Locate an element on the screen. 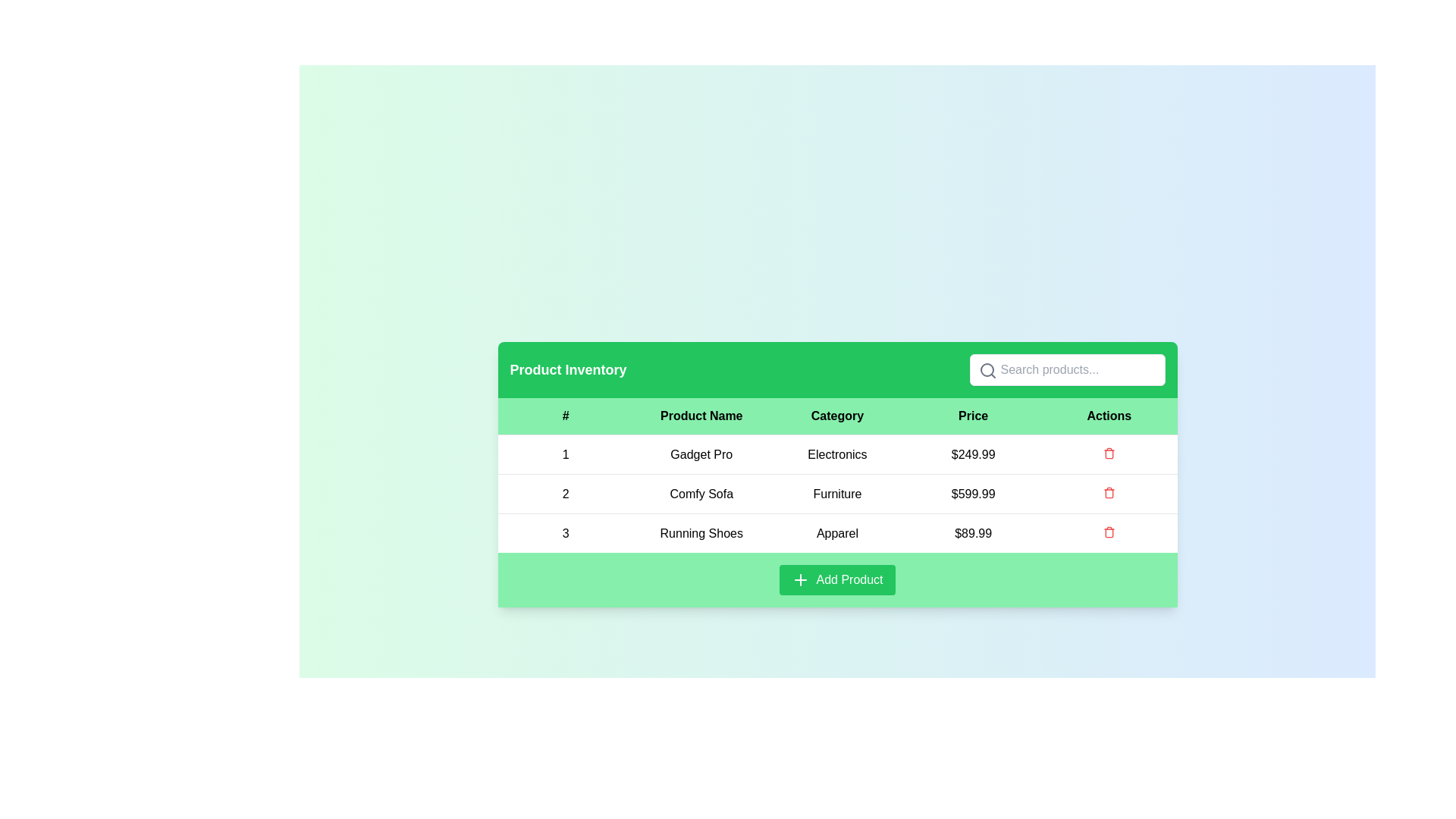 This screenshot has width=1456, height=819. the first row in the product table that displays 'Gadget Pro', 'Electronics', and '$249.99' is located at coordinates (836, 453).